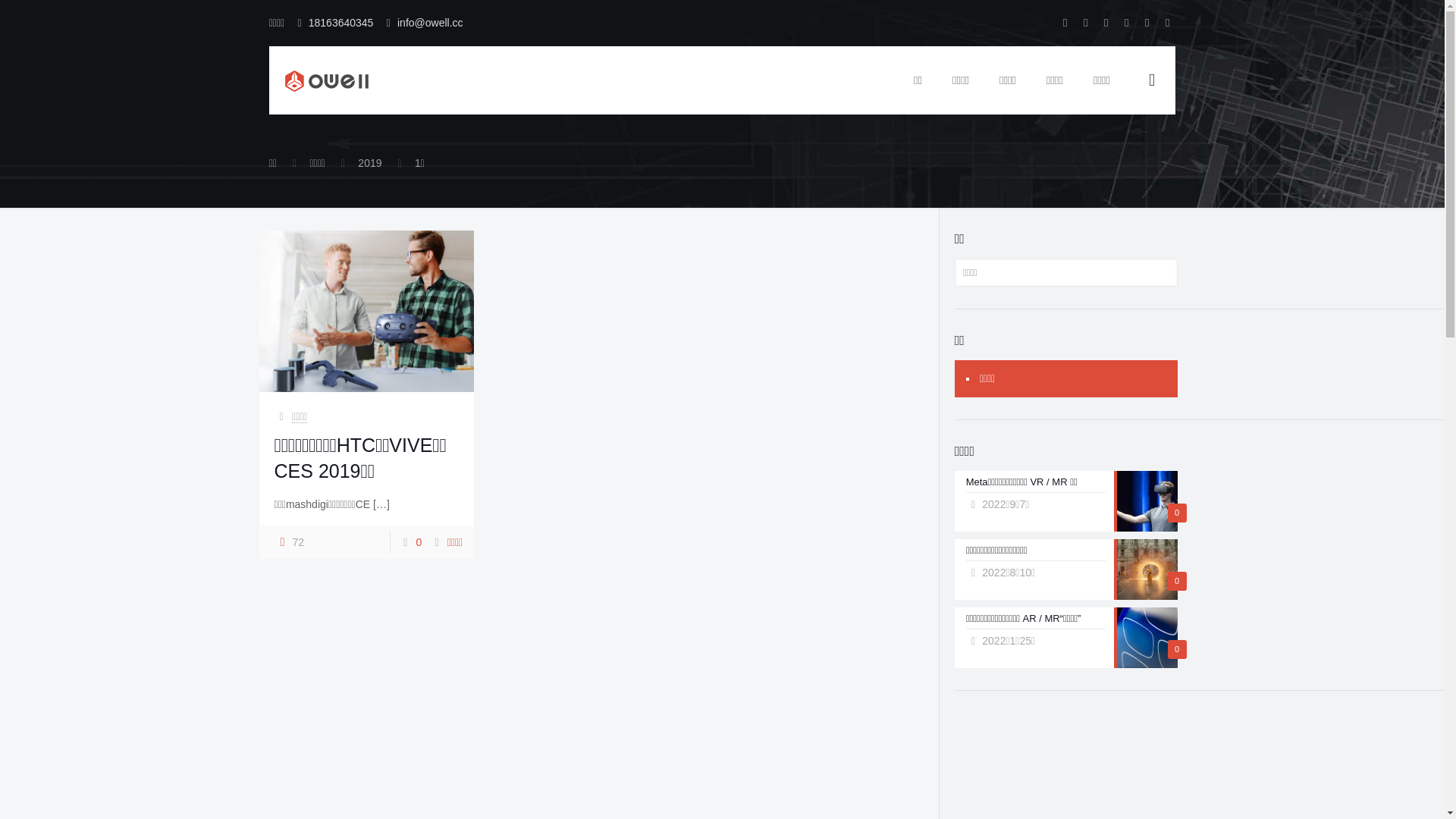  Describe the element at coordinates (419, 541) in the screenshot. I see `'0'` at that location.